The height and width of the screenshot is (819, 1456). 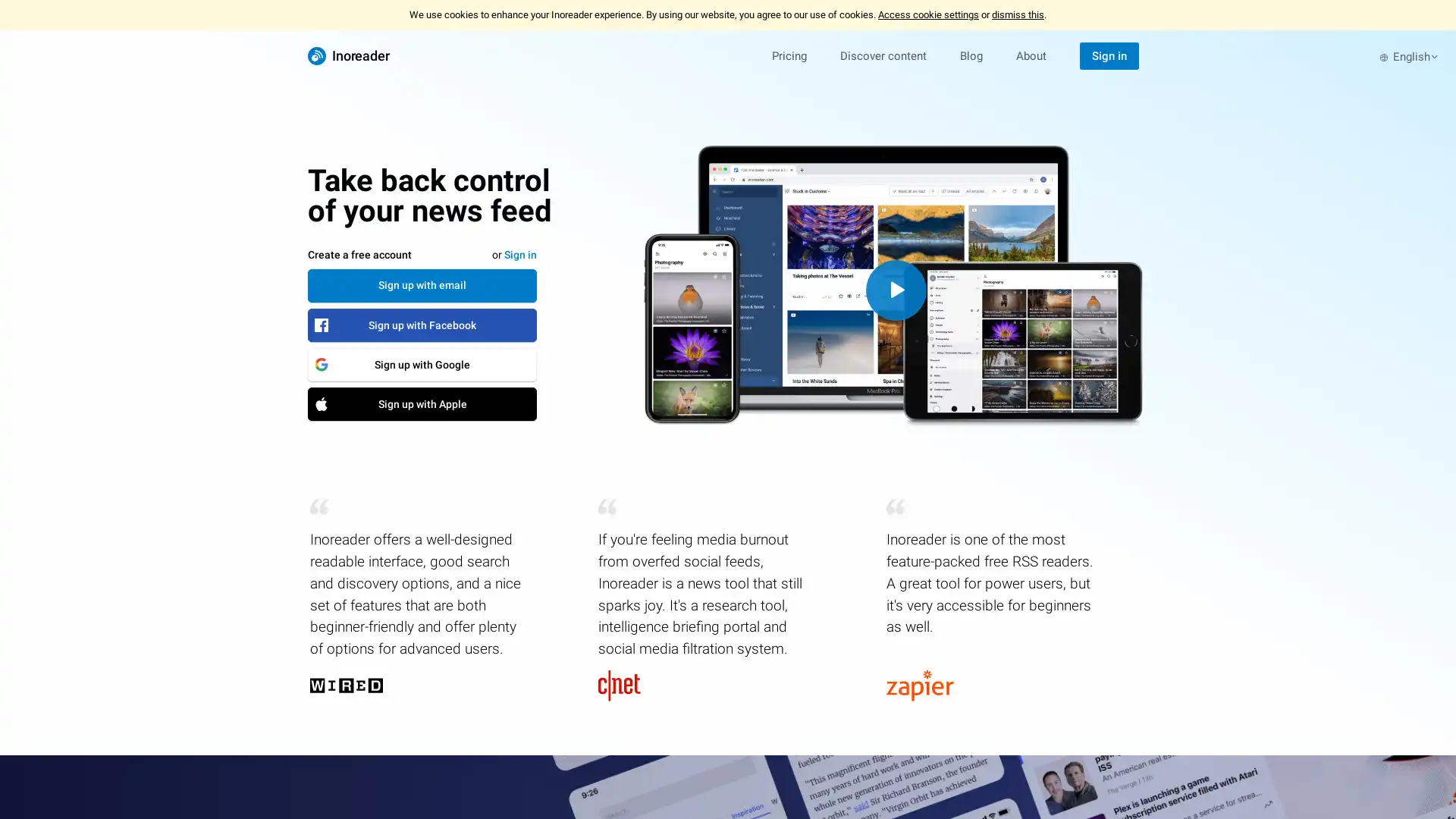 I want to click on Sign up with email, so click(x=422, y=284).